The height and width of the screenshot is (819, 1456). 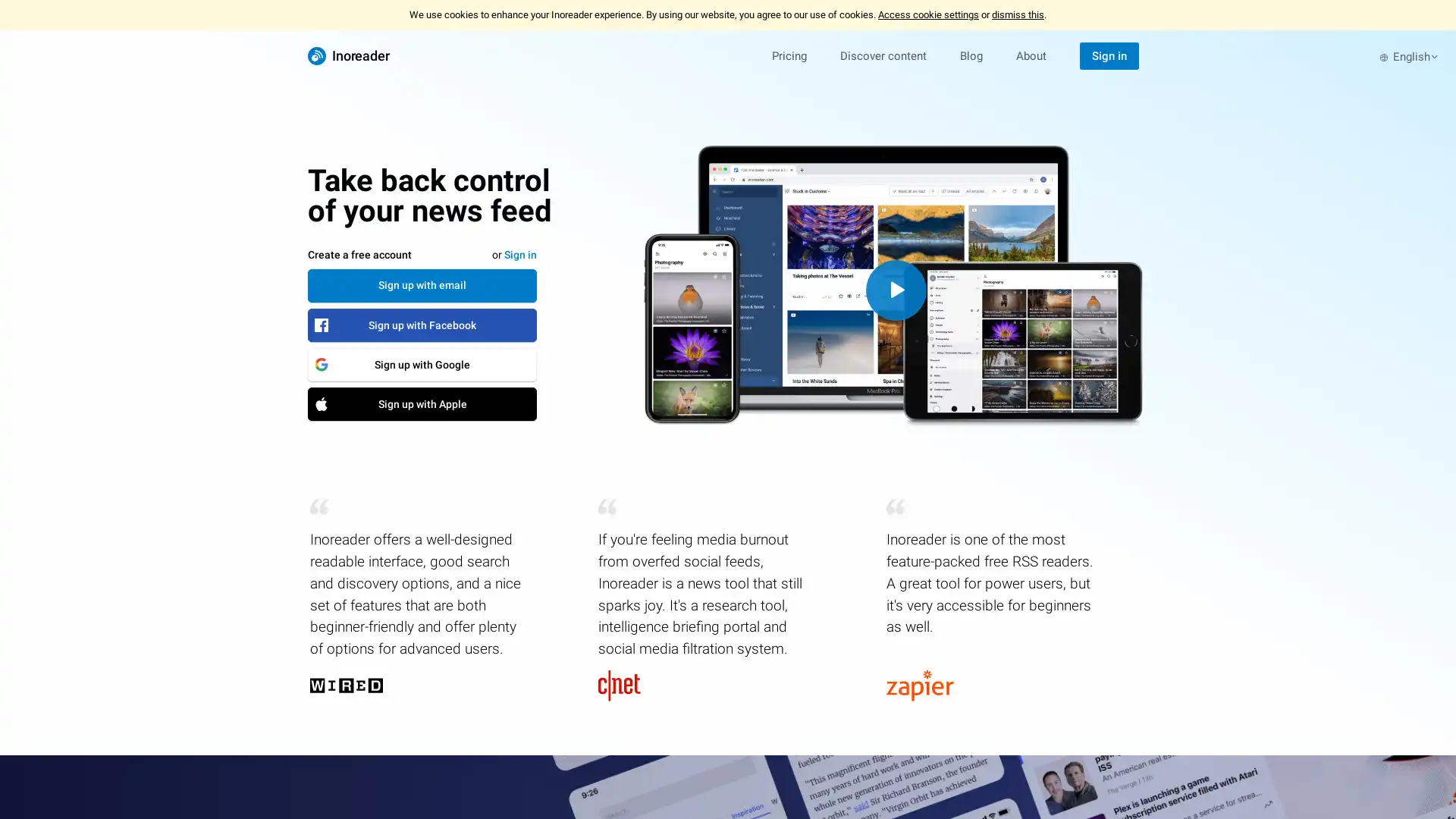 I want to click on Sign up with email, so click(x=422, y=284).